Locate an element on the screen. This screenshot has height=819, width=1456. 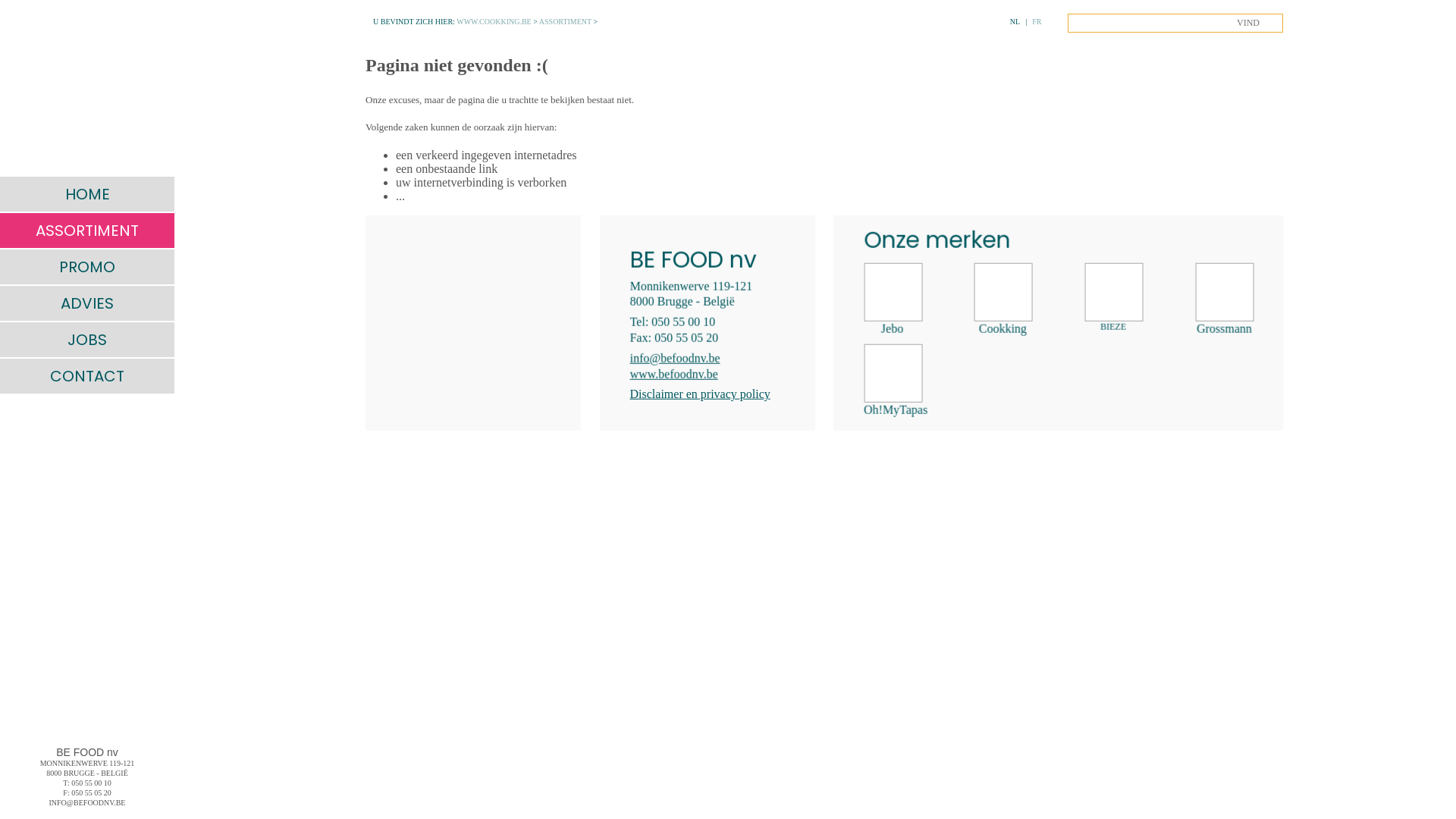
'PROMO' is located at coordinates (86, 265).